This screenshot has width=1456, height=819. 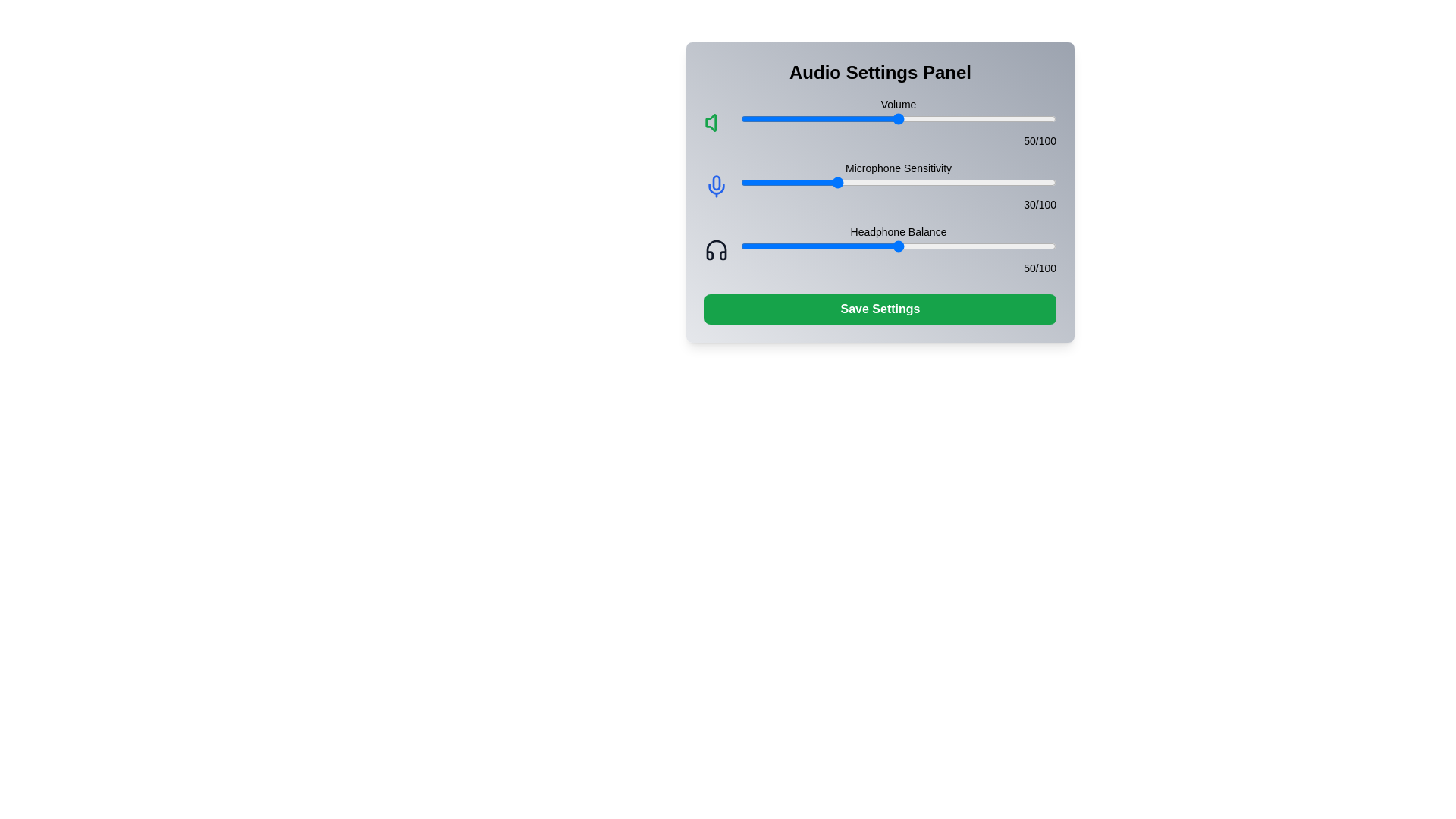 What do you see at coordinates (1043, 245) in the screenshot?
I see `headphone balance` at bounding box center [1043, 245].